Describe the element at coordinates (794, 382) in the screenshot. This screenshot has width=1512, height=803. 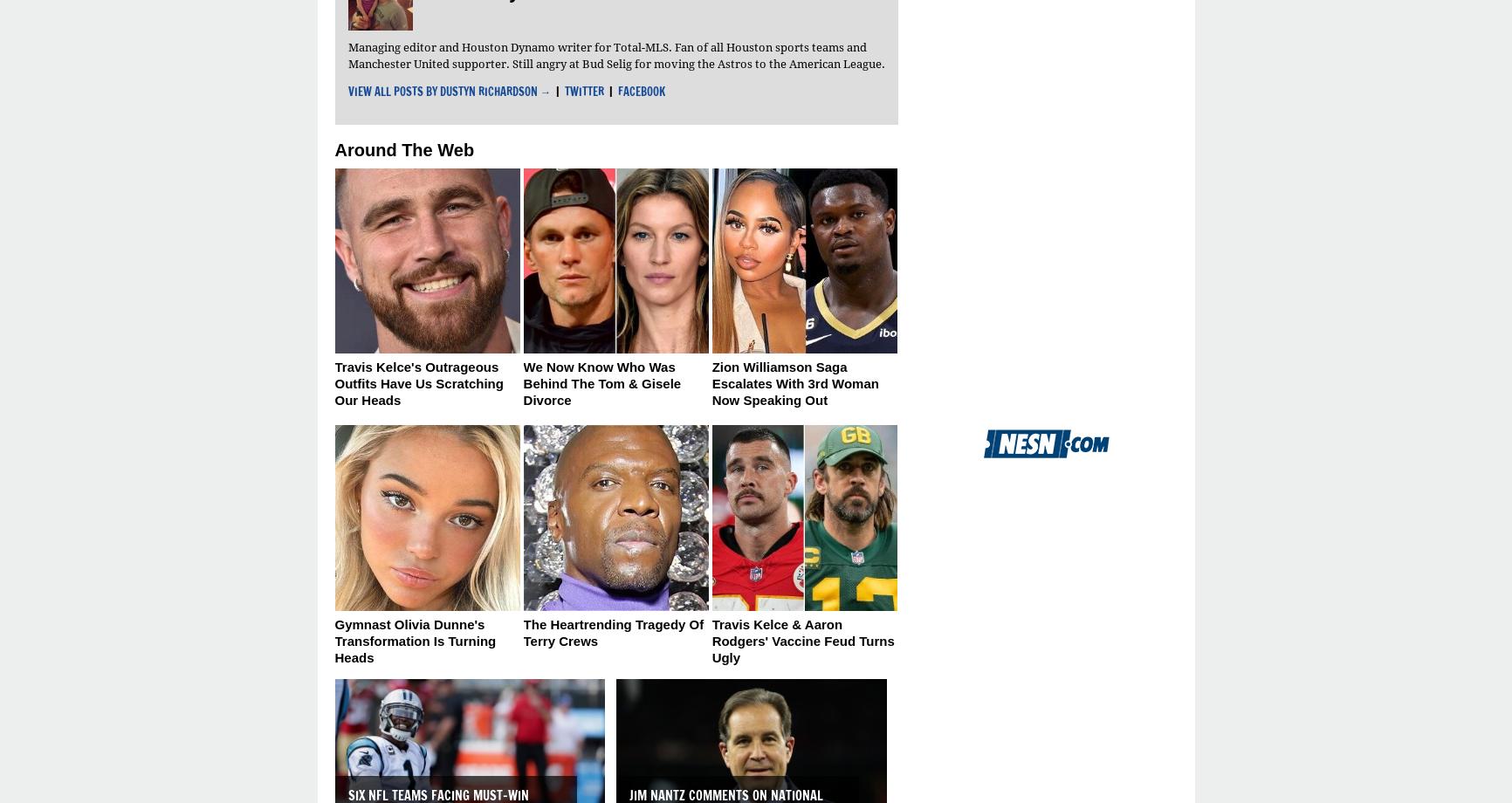
I see `'Zion Williamson Saga Escalates With 3rd Woman Now Speaking Out'` at that location.